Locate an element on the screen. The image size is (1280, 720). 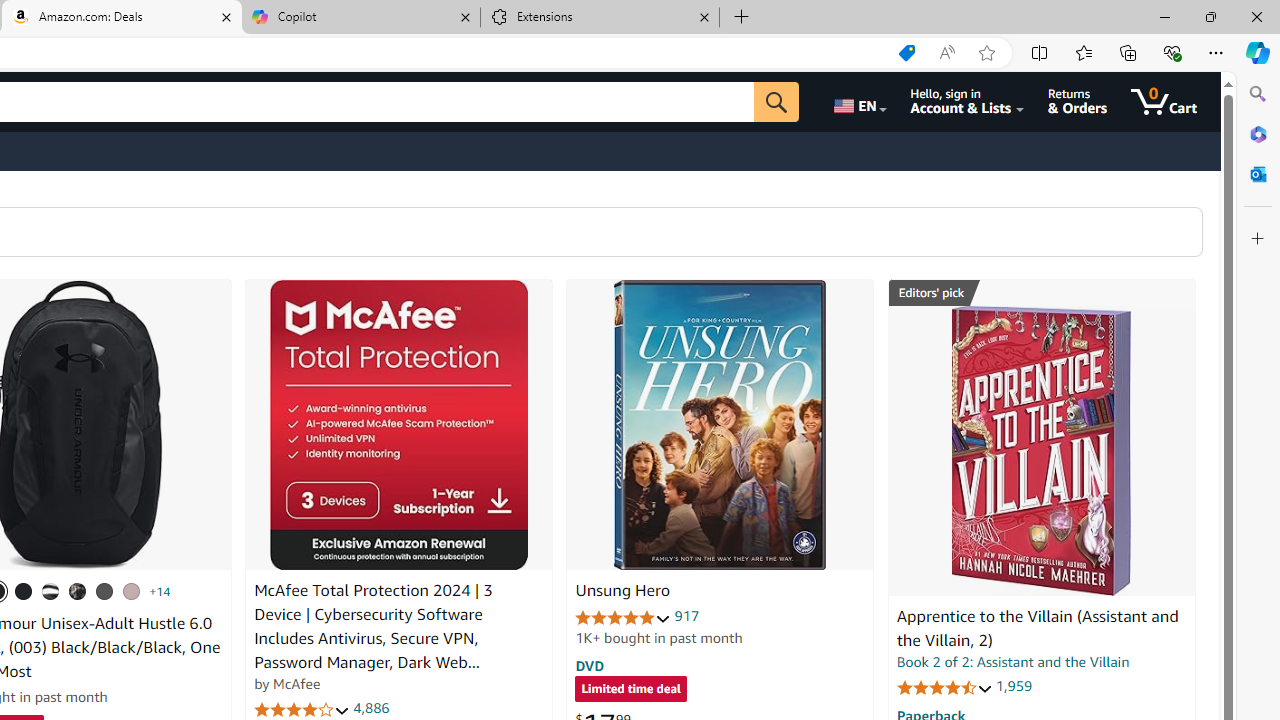
'Add this page to favorites (Ctrl+D)' is located at coordinates (986, 52).